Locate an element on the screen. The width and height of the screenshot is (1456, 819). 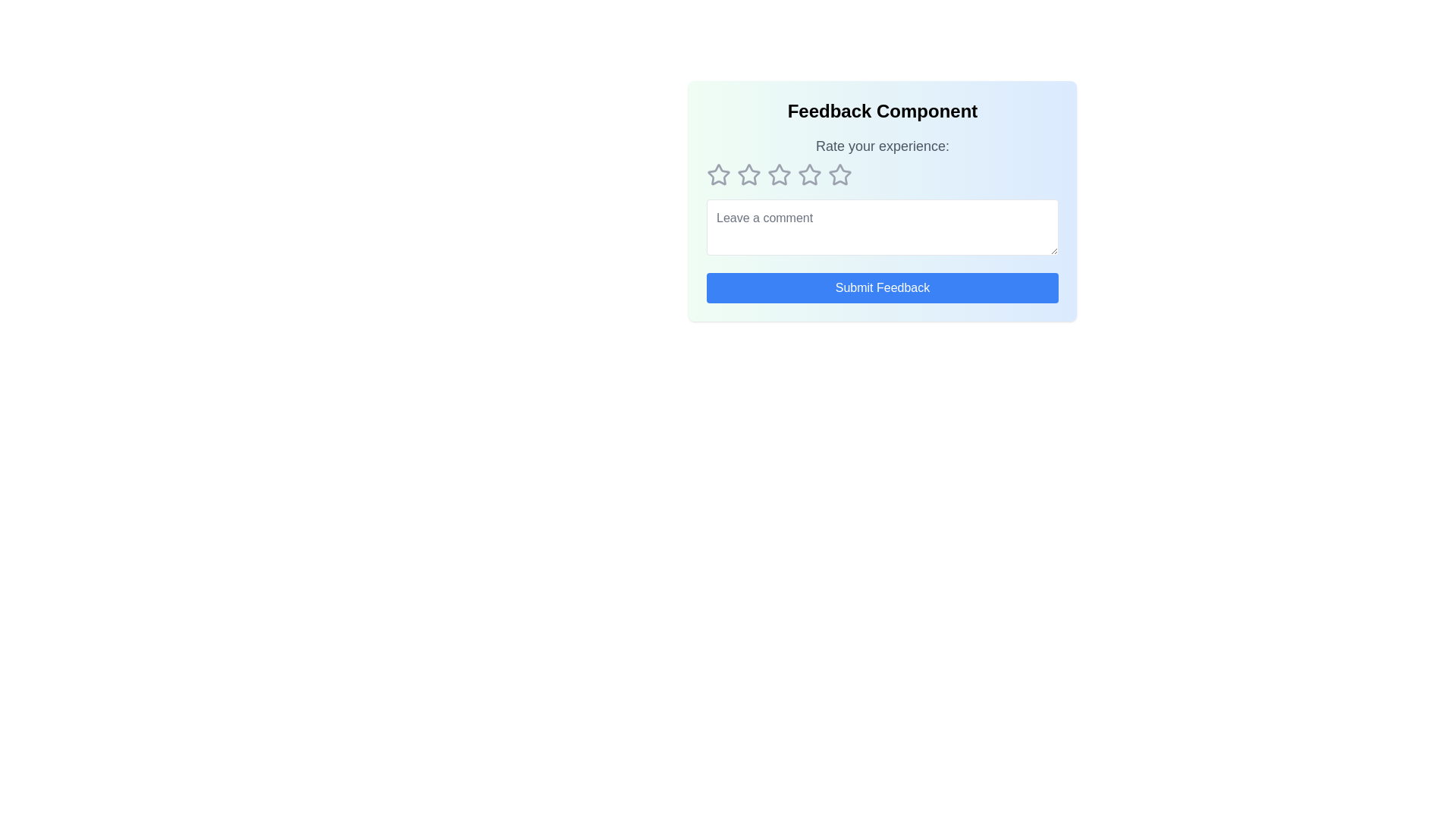
the fourth star-shaped icon in the rating component, which is outlined in gray and positioned below the 'Rate your experience' text is located at coordinates (809, 174).